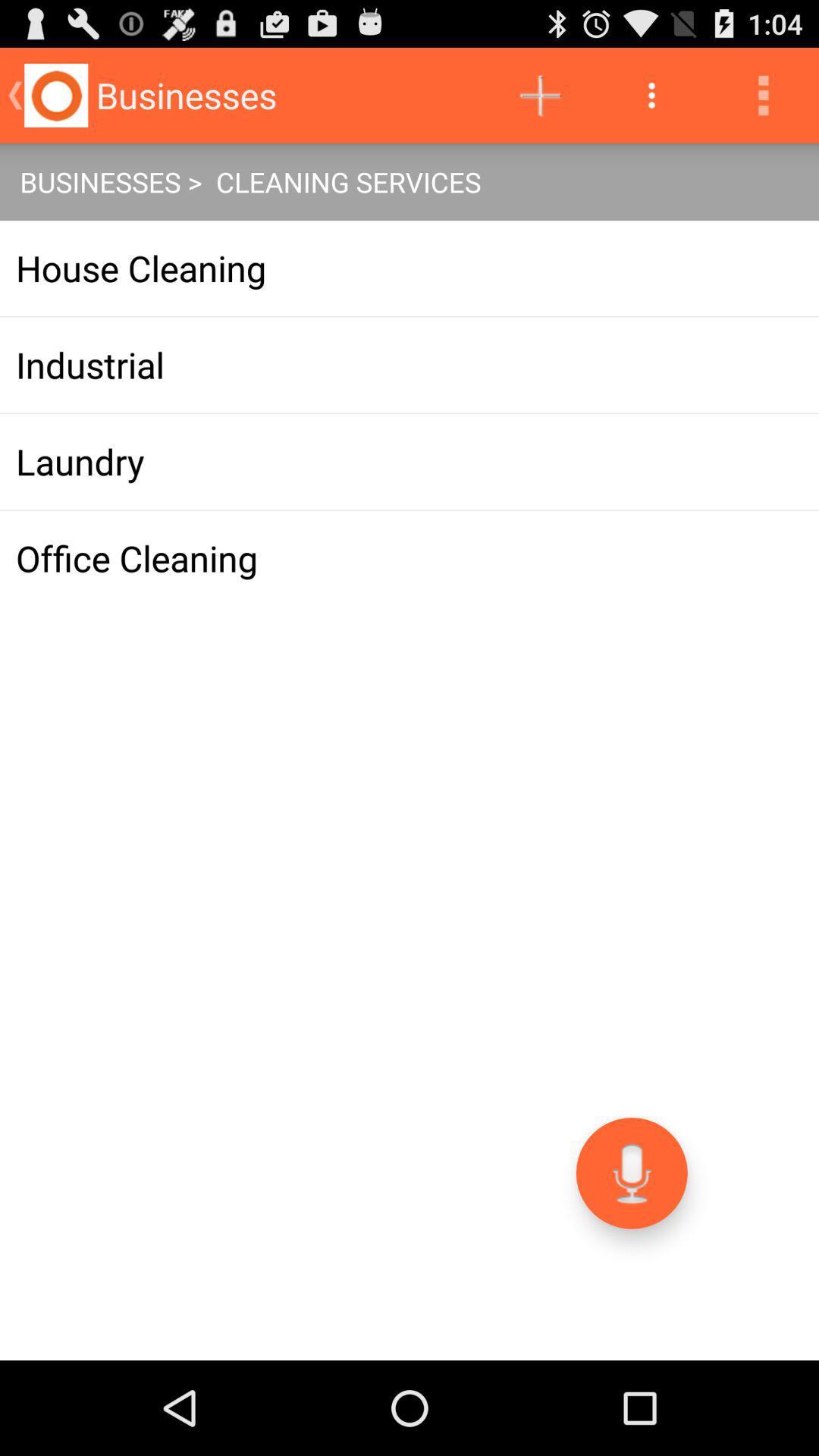  Describe the element at coordinates (409, 365) in the screenshot. I see `icon above the laundry item` at that location.